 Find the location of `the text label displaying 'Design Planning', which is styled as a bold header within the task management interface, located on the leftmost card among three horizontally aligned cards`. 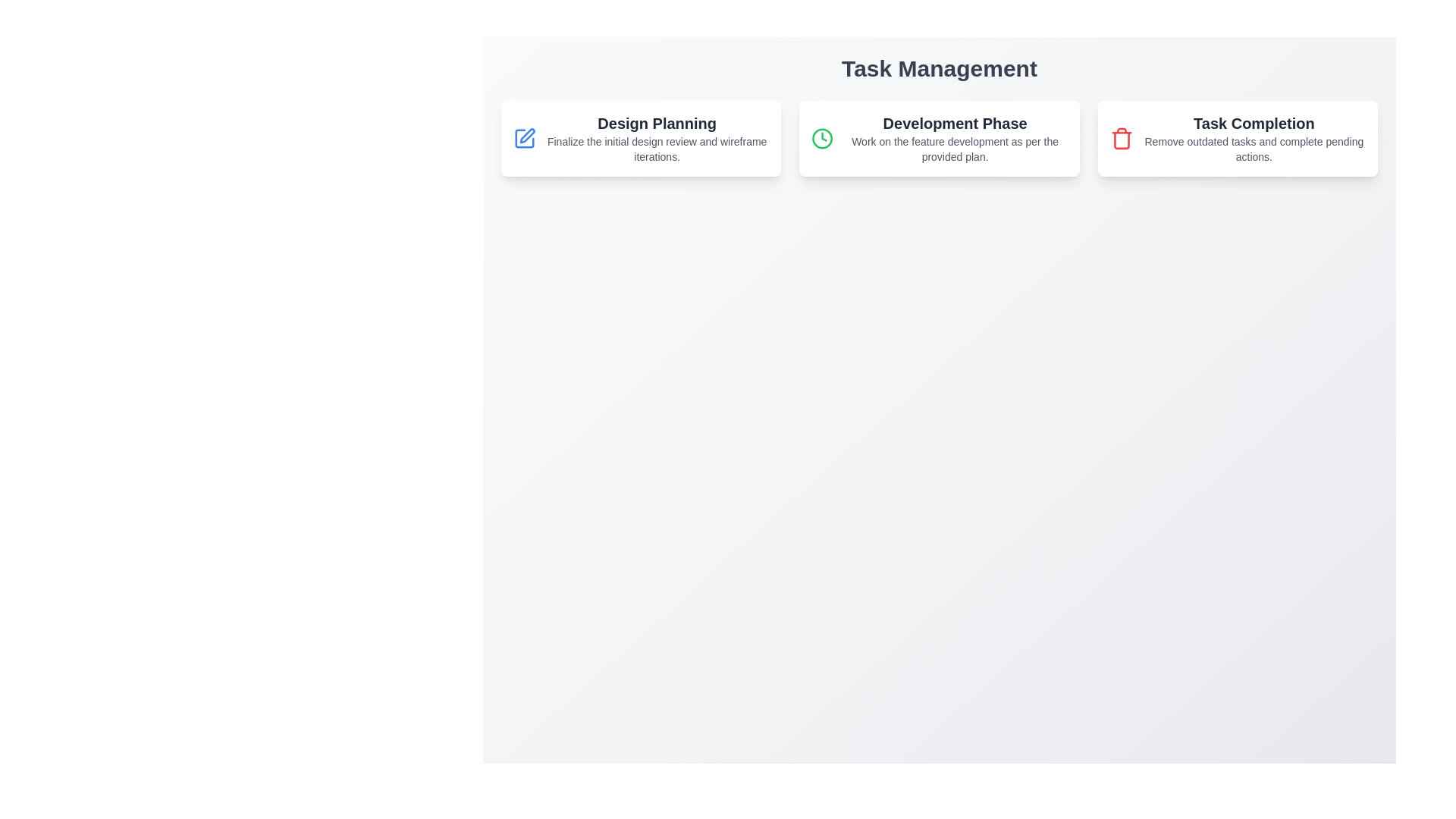

the text label displaying 'Design Planning', which is styled as a bold header within the task management interface, located on the leftmost card among three horizontally aligned cards is located at coordinates (657, 122).